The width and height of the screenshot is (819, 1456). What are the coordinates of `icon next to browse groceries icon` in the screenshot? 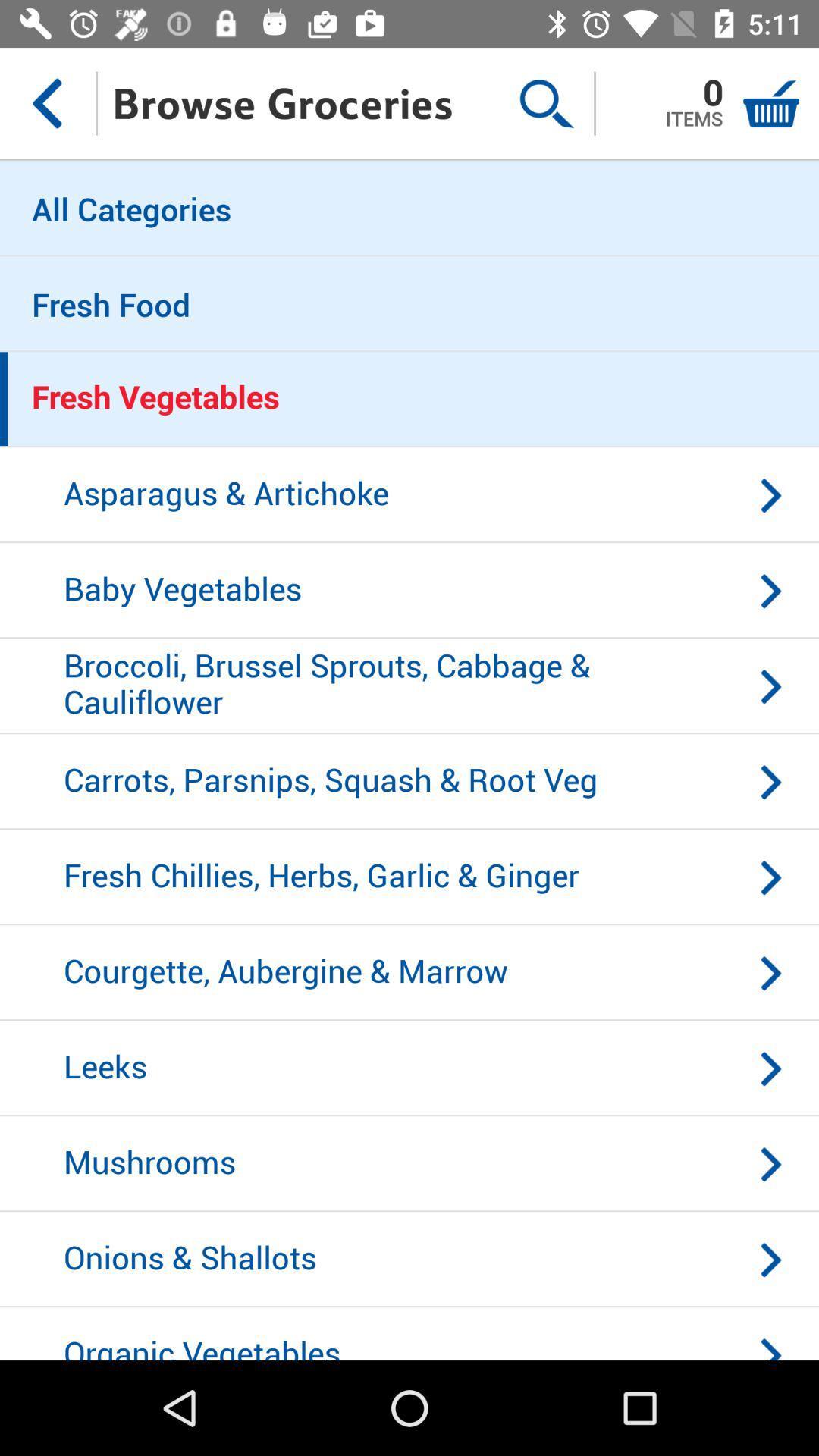 It's located at (546, 102).